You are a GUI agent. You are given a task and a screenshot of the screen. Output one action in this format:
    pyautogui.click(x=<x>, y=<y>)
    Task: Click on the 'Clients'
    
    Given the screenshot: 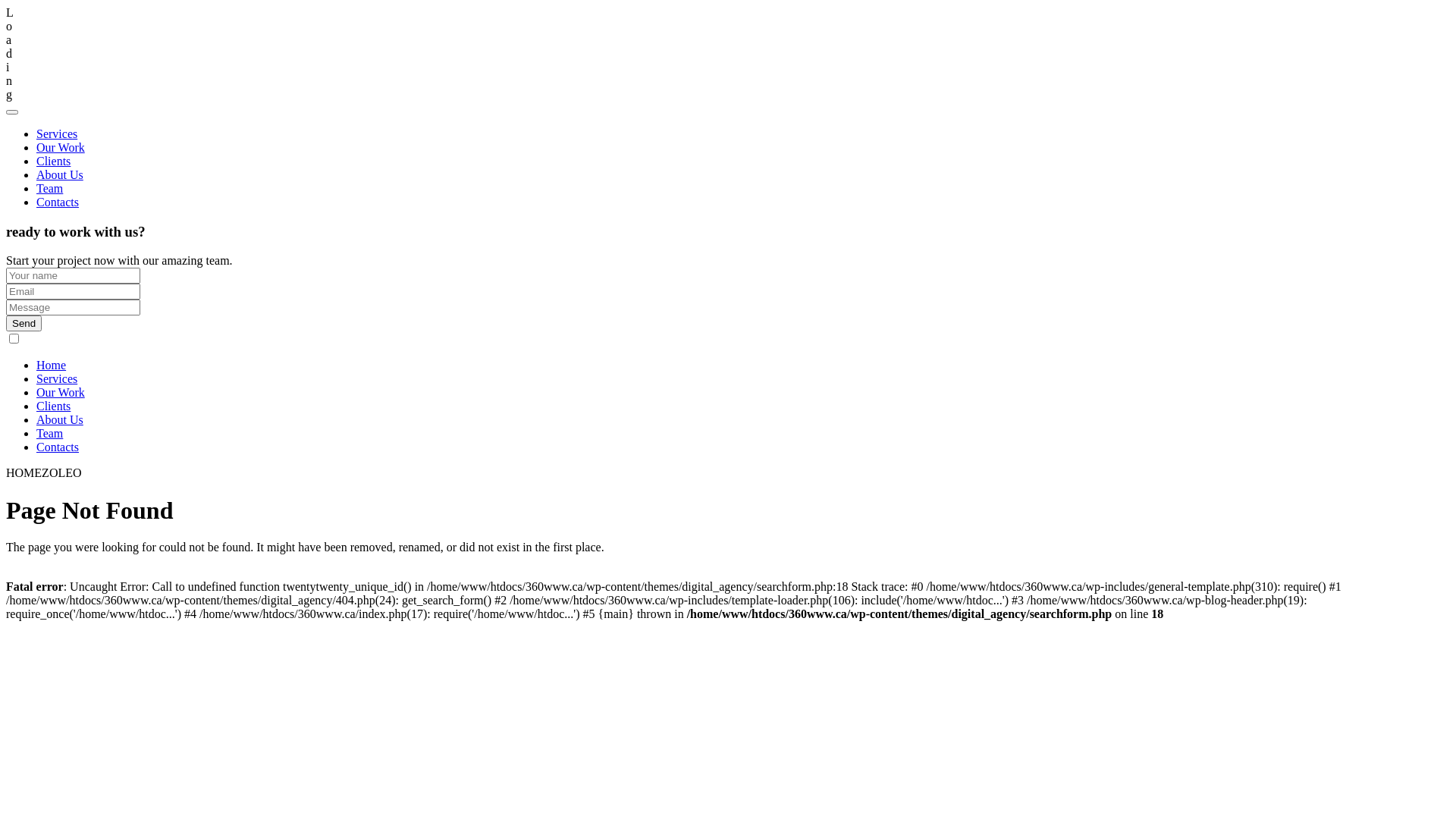 What is the action you would take?
    pyautogui.click(x=53, y=161)
    